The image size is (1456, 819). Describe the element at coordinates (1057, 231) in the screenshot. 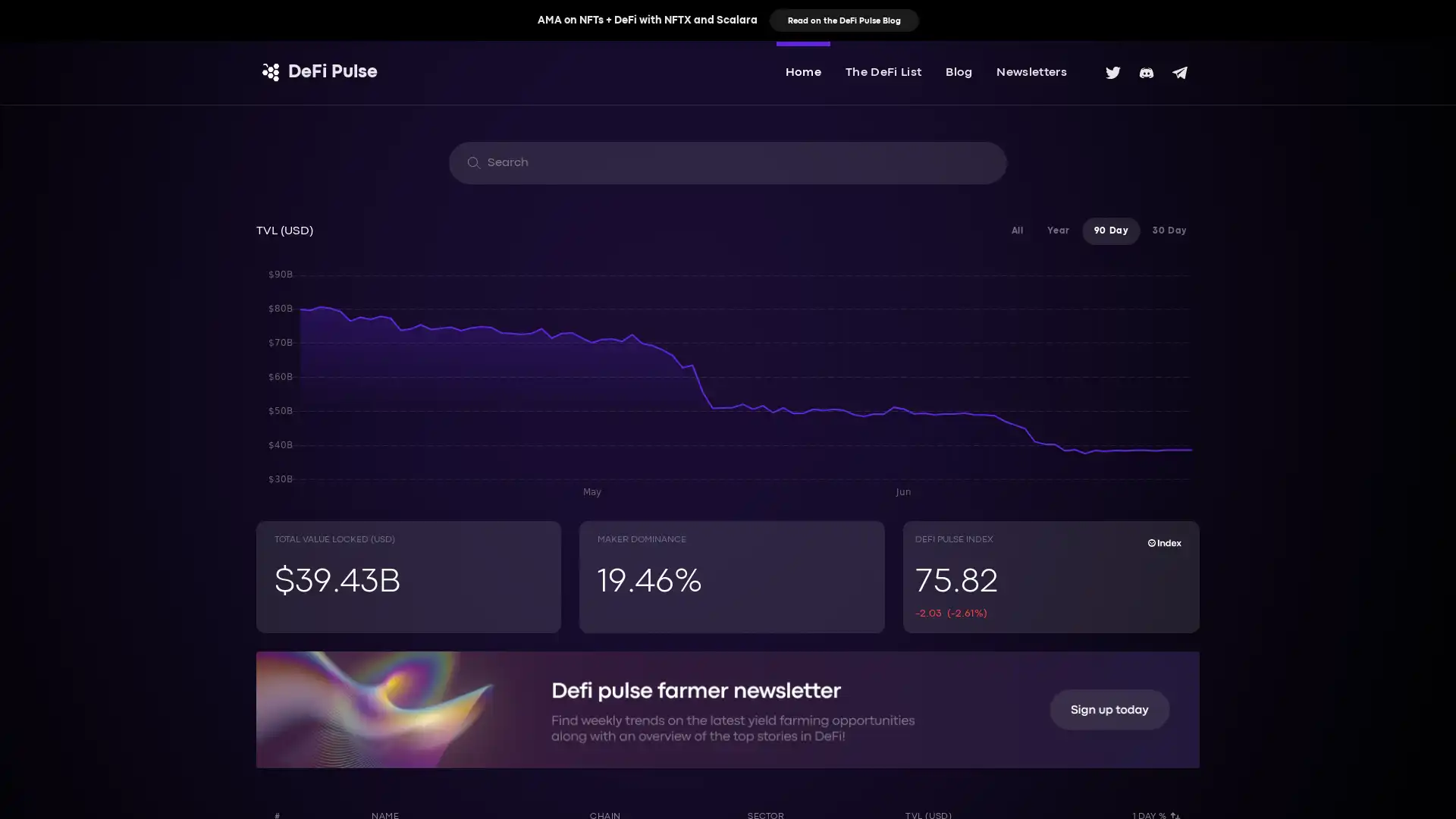

I see `Year` at that location.